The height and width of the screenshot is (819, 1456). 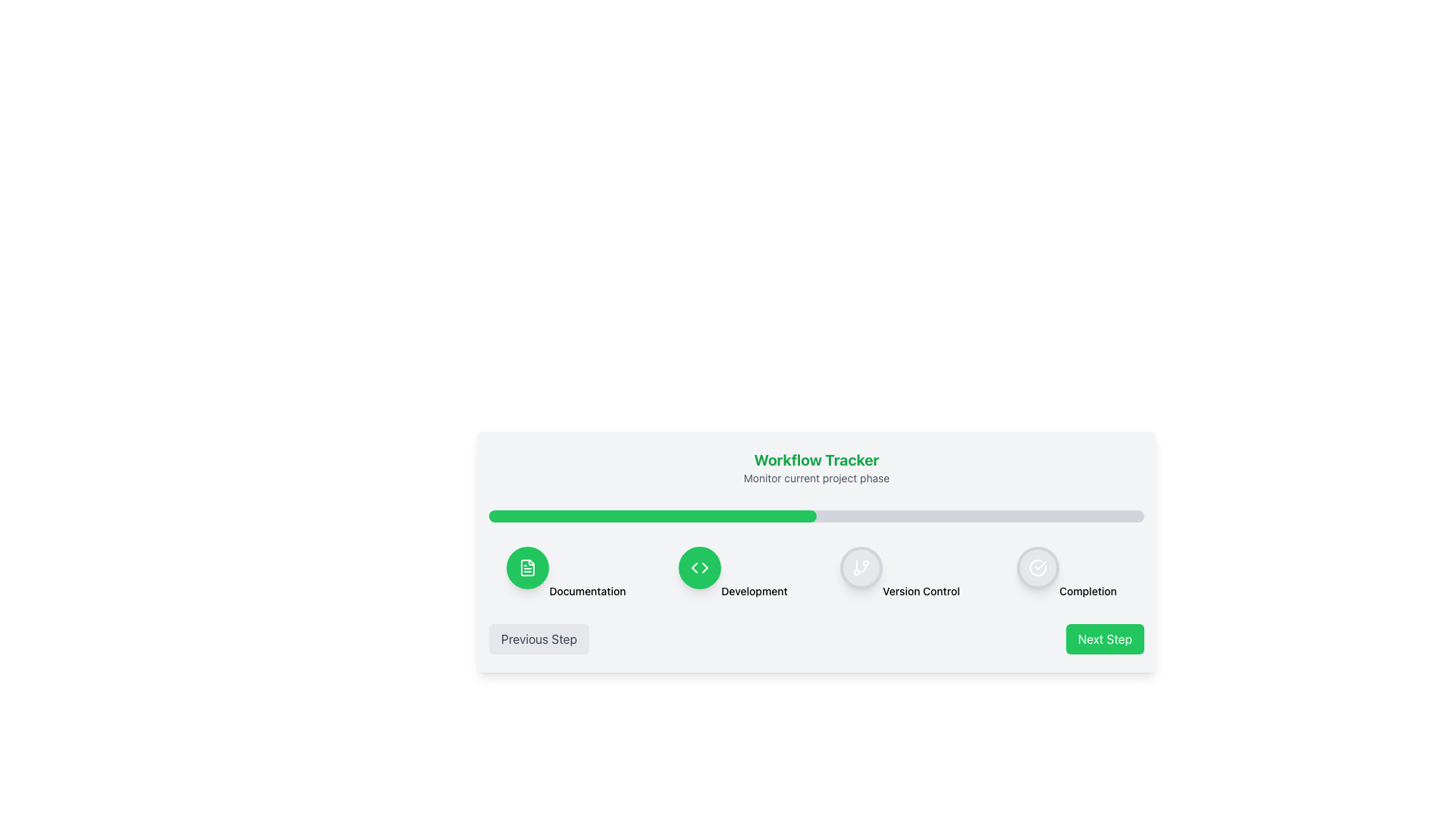 What do you see at coordinates (920, 590) in the screenshot?
I see `the text label displaying 'Version Control' located below the circular icon representing a branching structure in the interface` at bounding box center [920, 590].